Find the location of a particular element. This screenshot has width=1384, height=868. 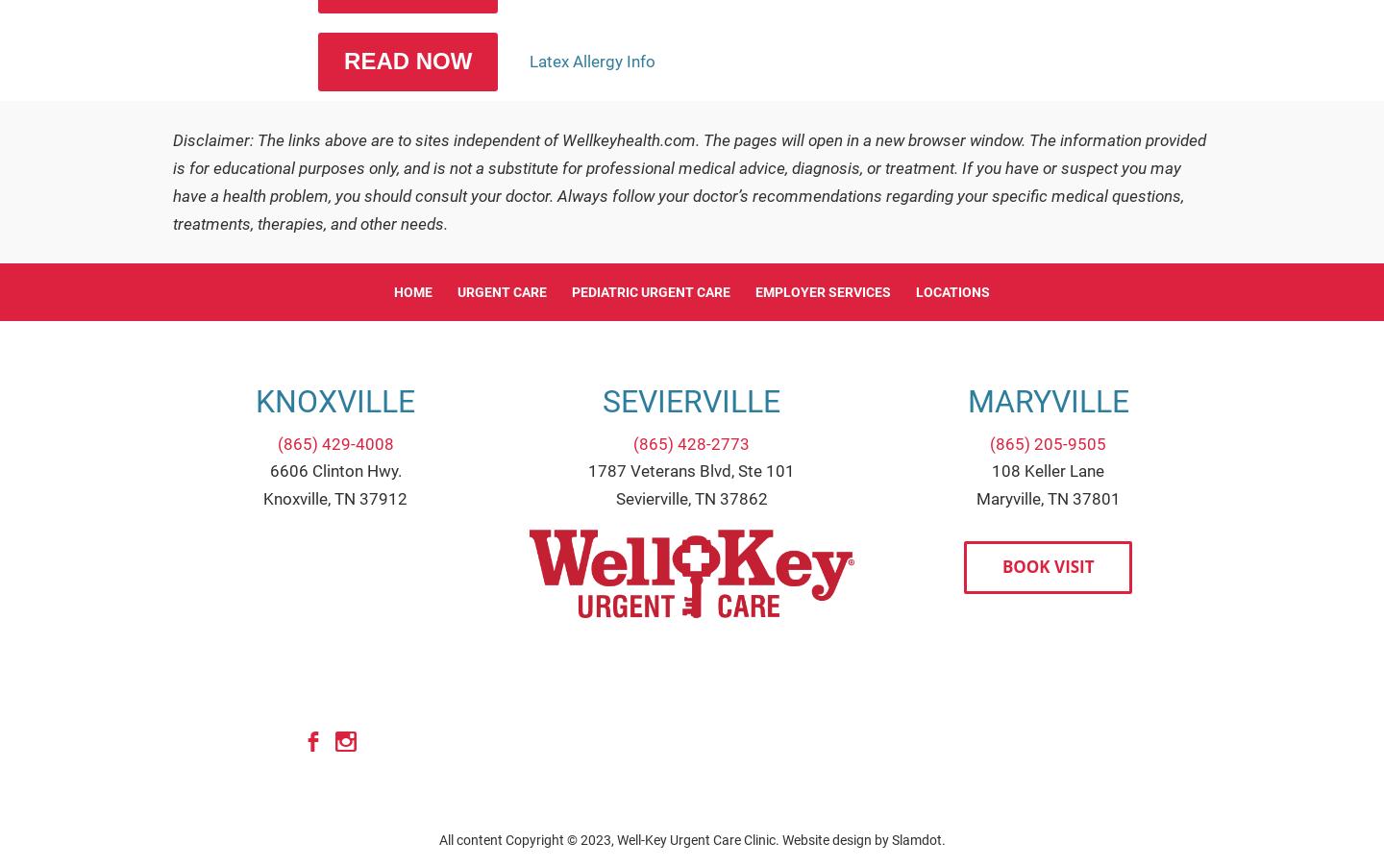

'Urgent Care' is located at coordinates (501, 291).